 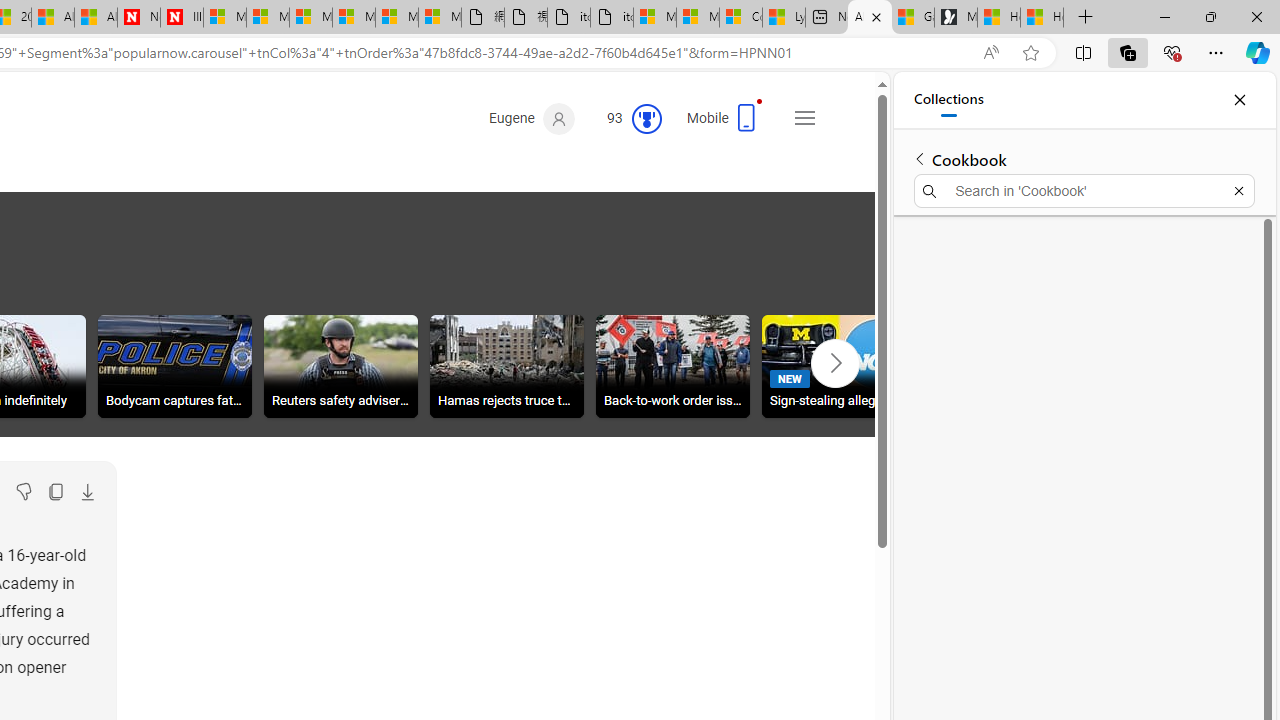 I want to click on 'Search in ', so click(x=1083, y=191).